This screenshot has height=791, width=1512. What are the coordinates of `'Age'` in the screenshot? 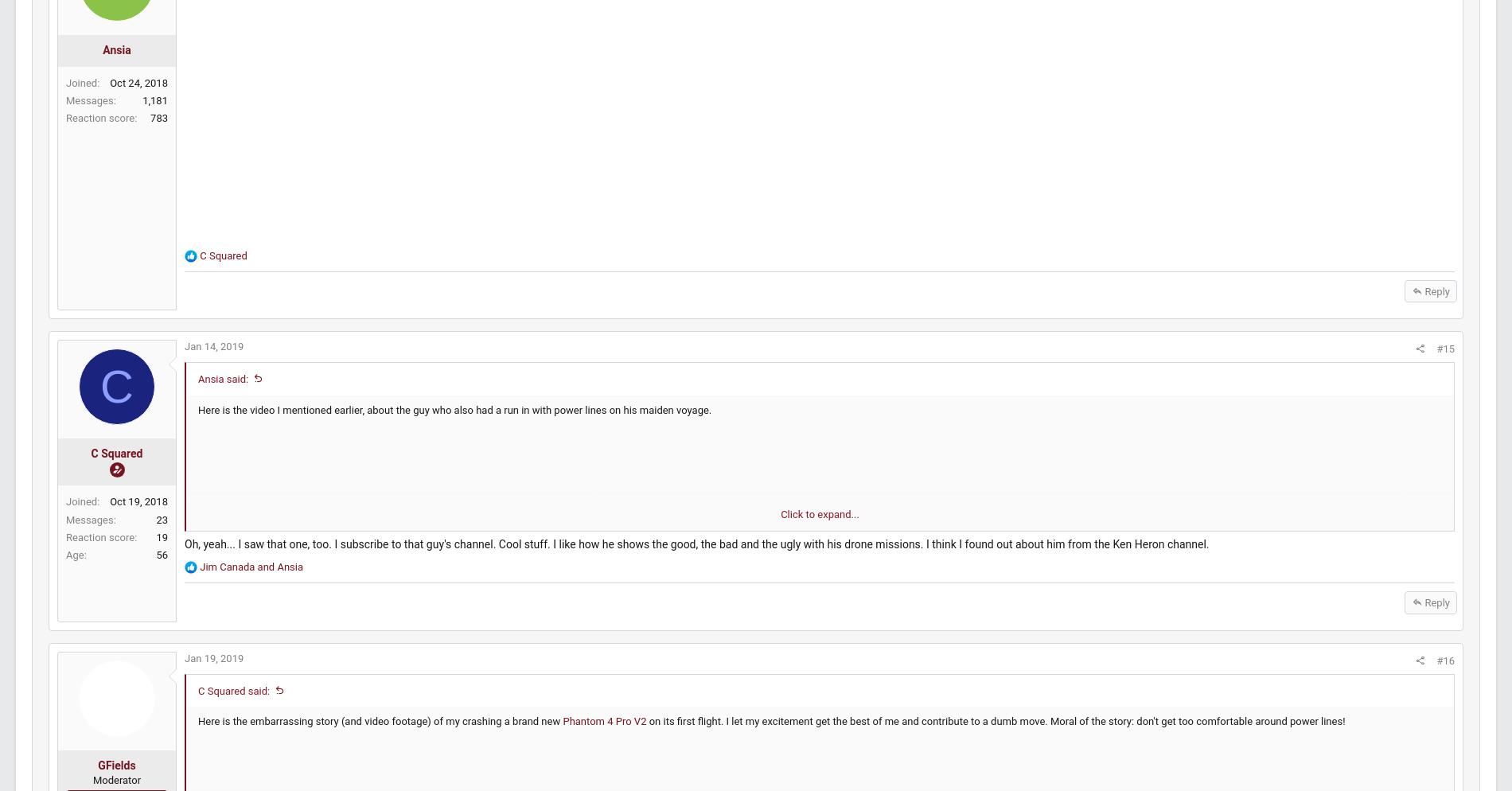 It's located at (103, 570).